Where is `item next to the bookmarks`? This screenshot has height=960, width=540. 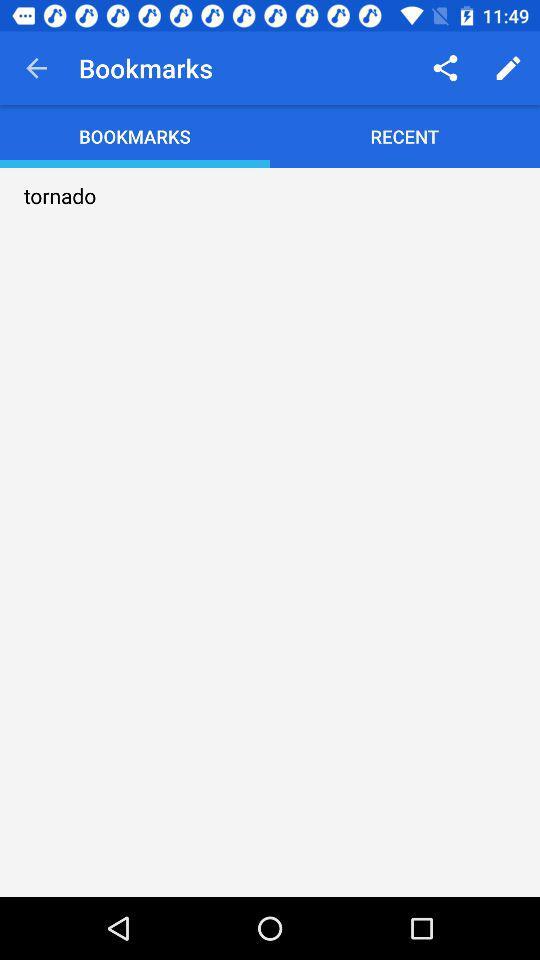
item next to the bookmarks is located at coordinates (36, 68).